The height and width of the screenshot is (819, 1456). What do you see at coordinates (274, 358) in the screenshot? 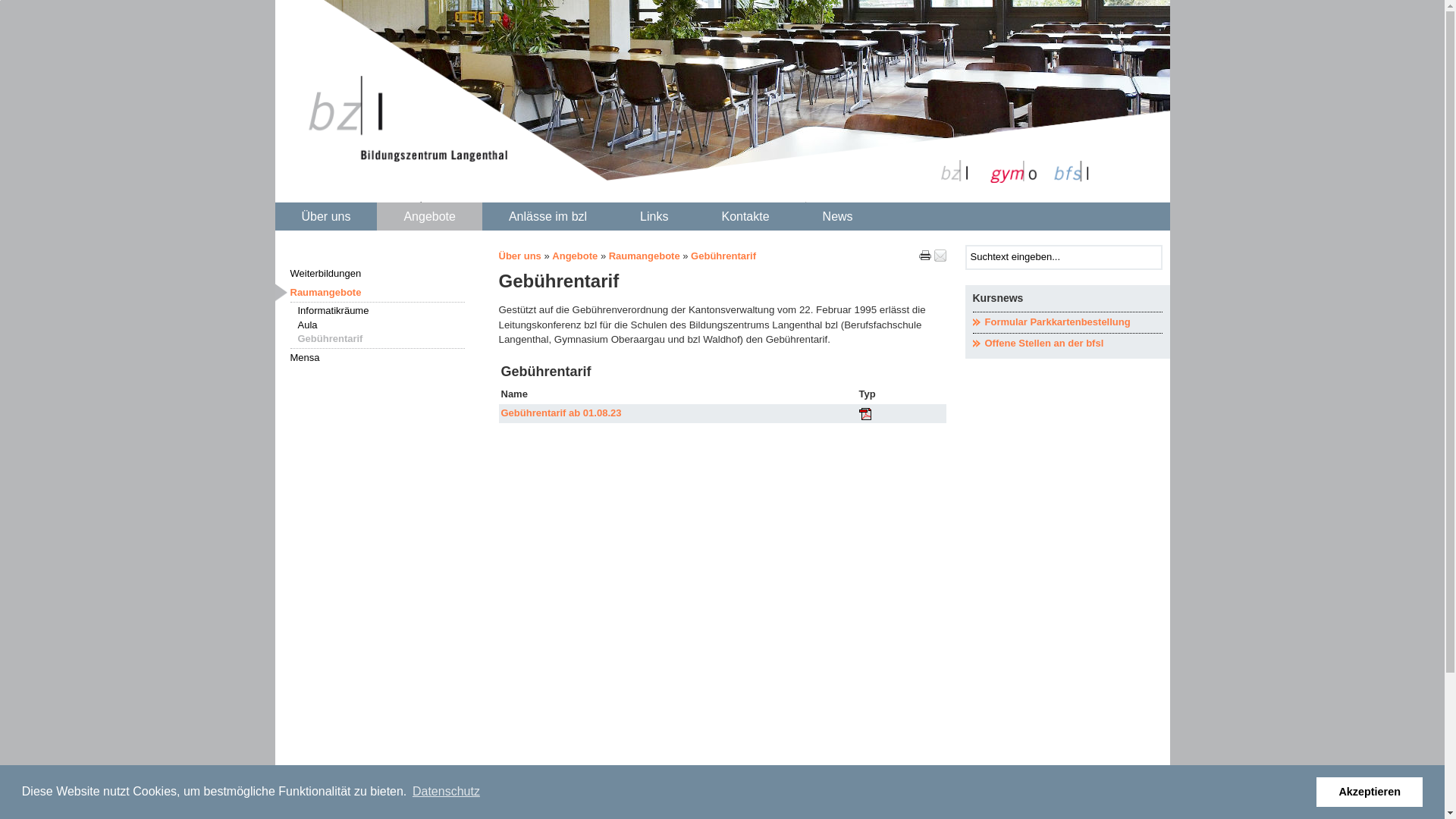
I see `'Mensa'` at bounding box center [274, 358].